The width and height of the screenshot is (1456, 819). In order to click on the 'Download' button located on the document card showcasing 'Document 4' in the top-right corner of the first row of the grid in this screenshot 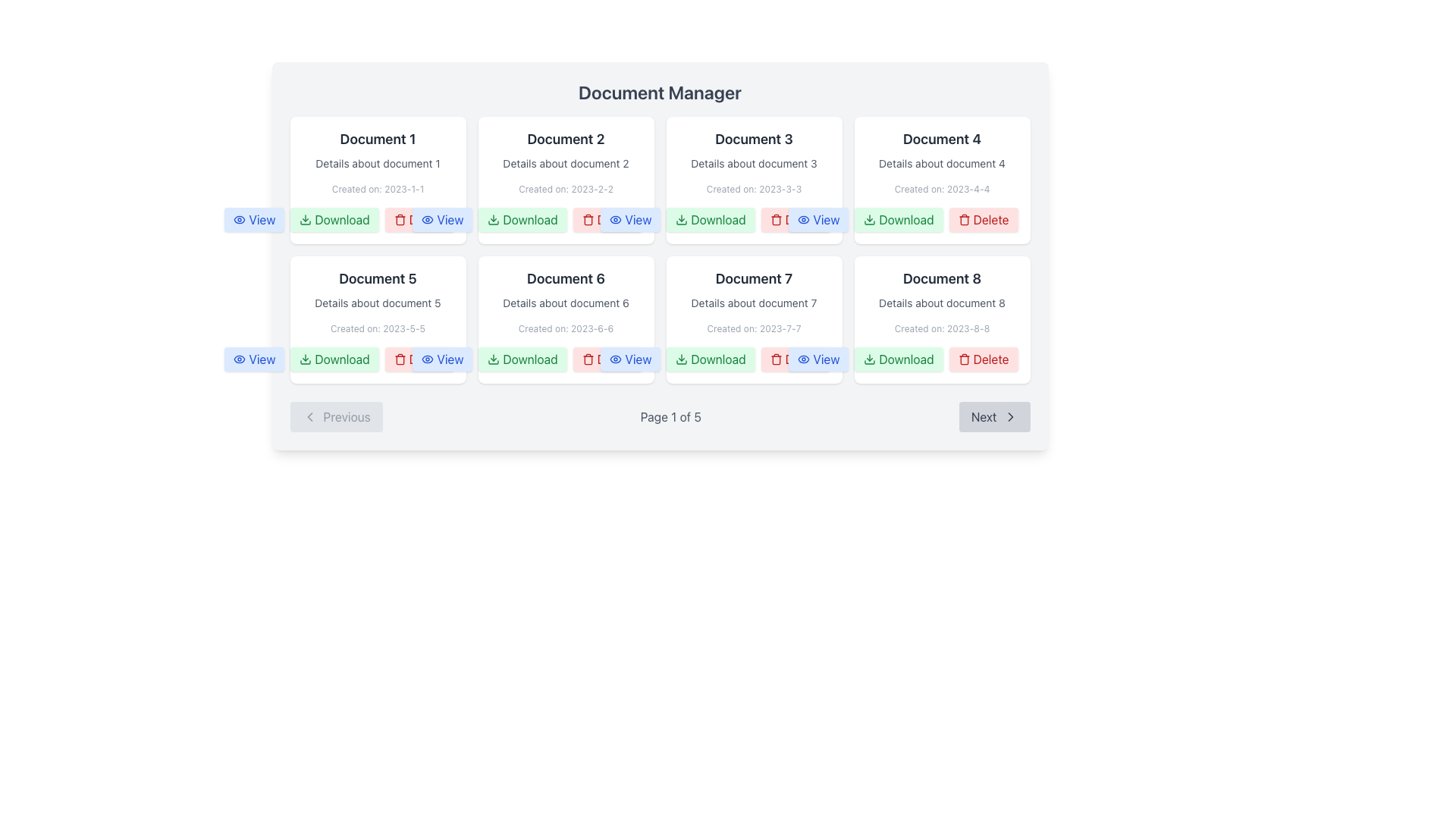, I will do `click(941, 180)`.